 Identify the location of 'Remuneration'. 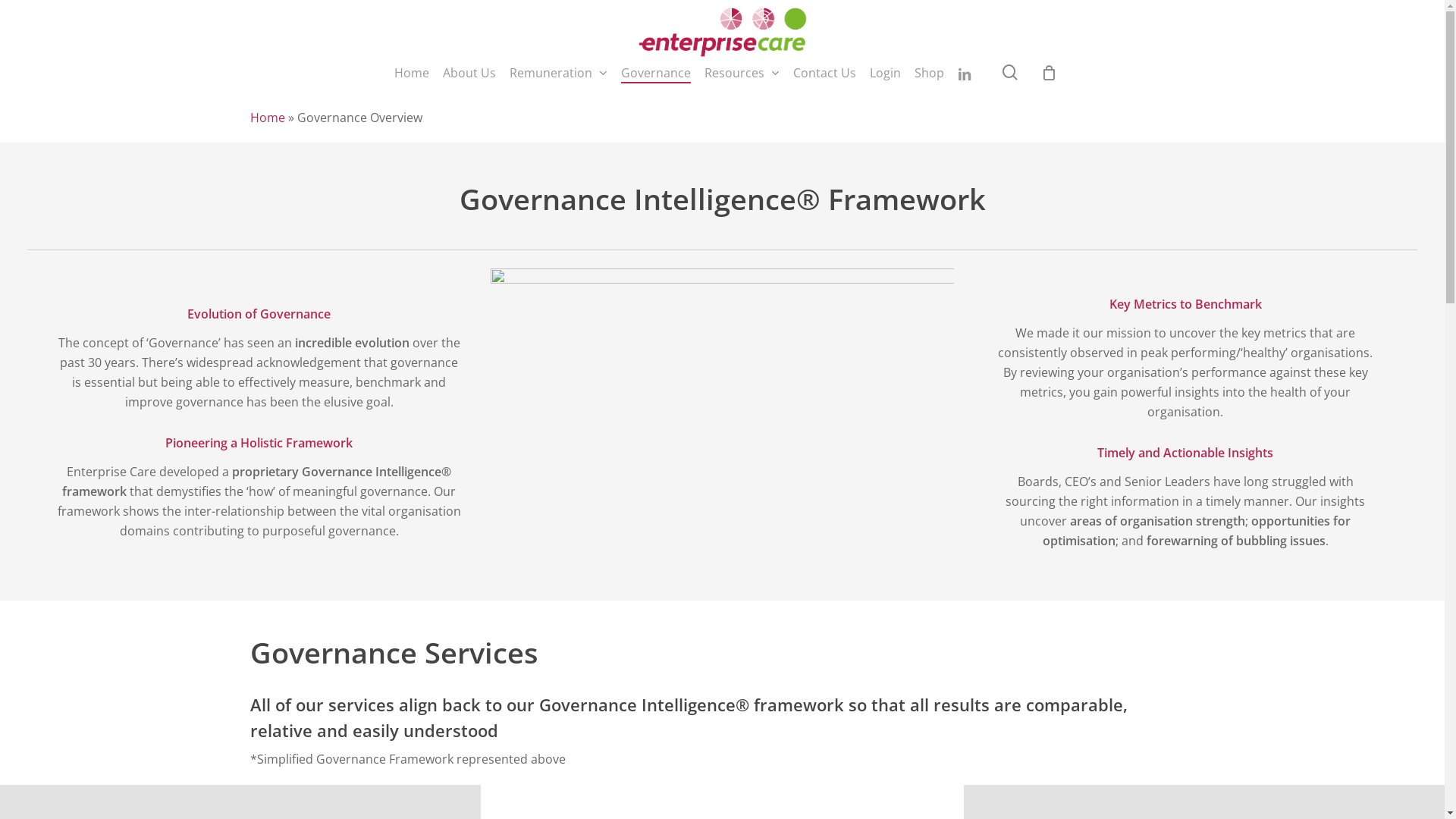
(557, 73).